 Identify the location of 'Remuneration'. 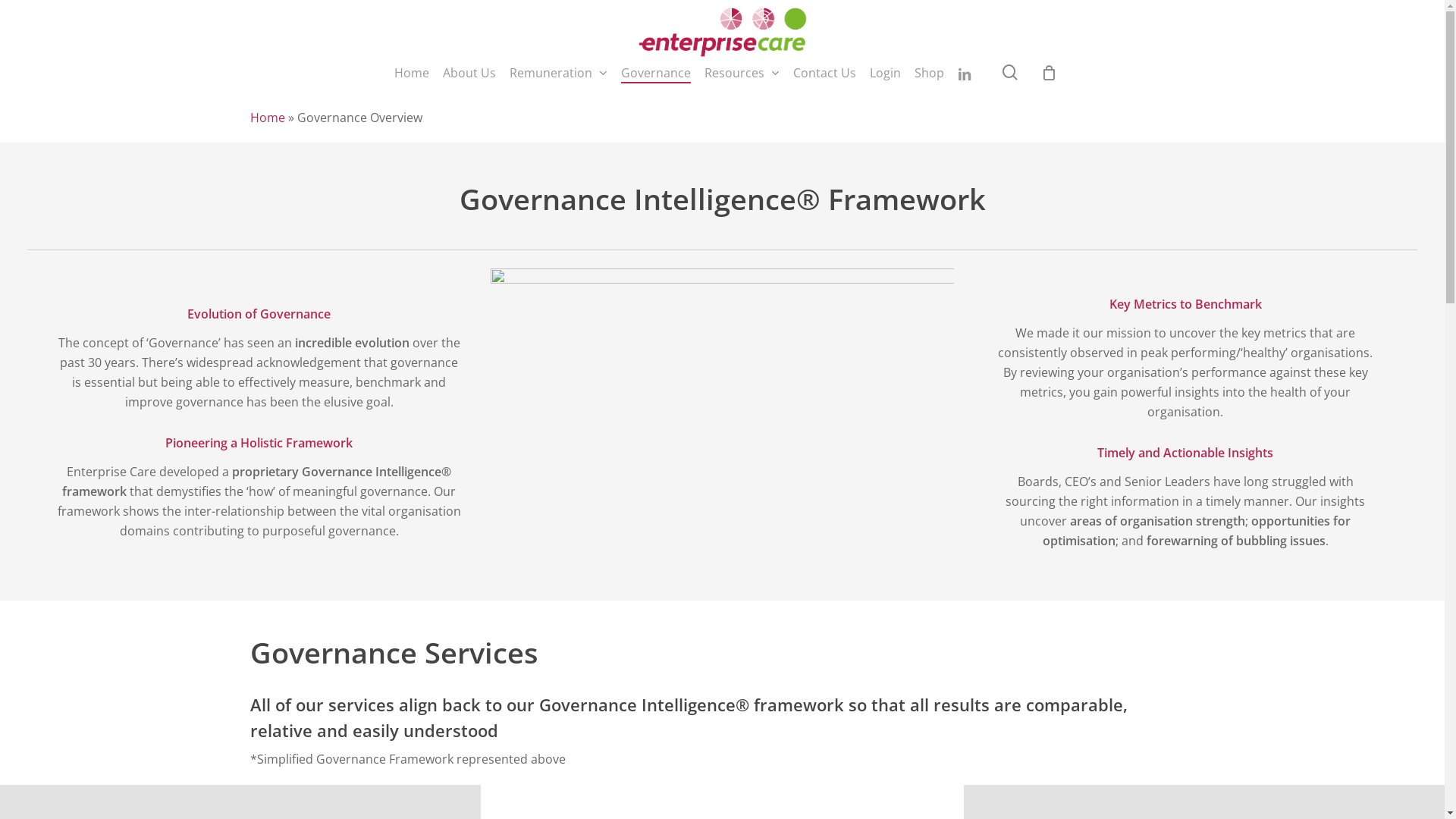
(557, 73).